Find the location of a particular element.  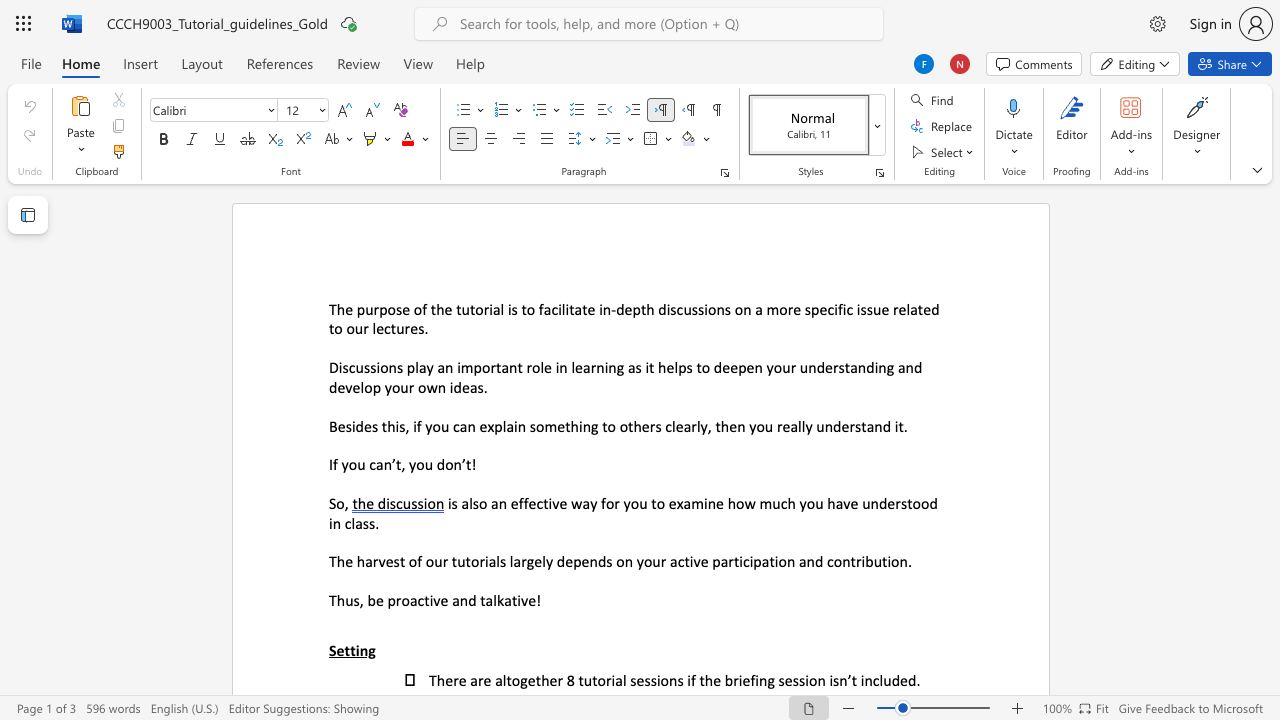

the 2th character "s" in the text is located at coordinates (367, 367).